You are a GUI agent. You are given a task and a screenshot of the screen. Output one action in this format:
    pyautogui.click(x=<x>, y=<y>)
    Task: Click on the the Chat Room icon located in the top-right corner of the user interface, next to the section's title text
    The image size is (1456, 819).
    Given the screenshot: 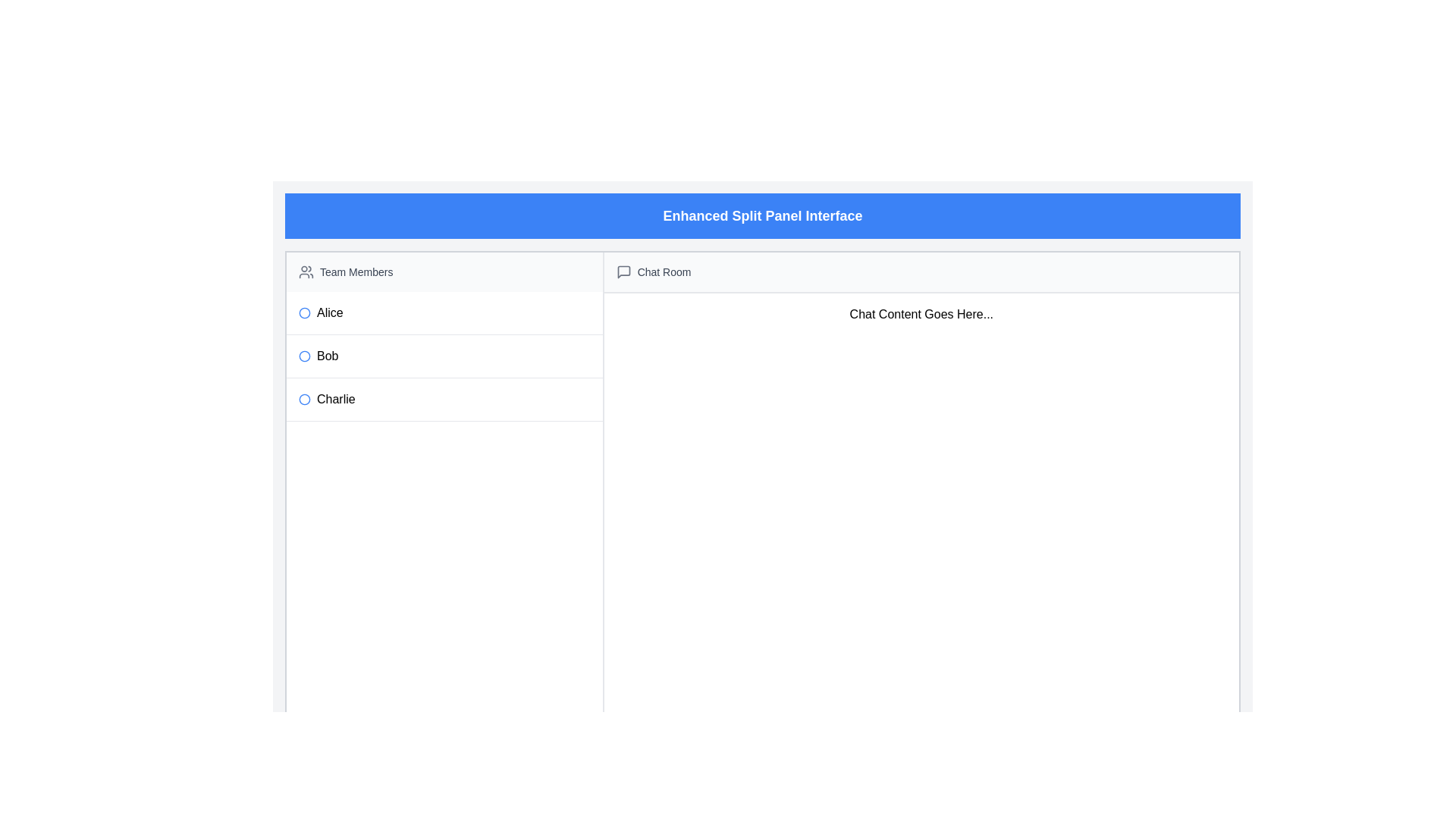 What is the action you would take?
    pyautogui.click(x=623, y=271)
    